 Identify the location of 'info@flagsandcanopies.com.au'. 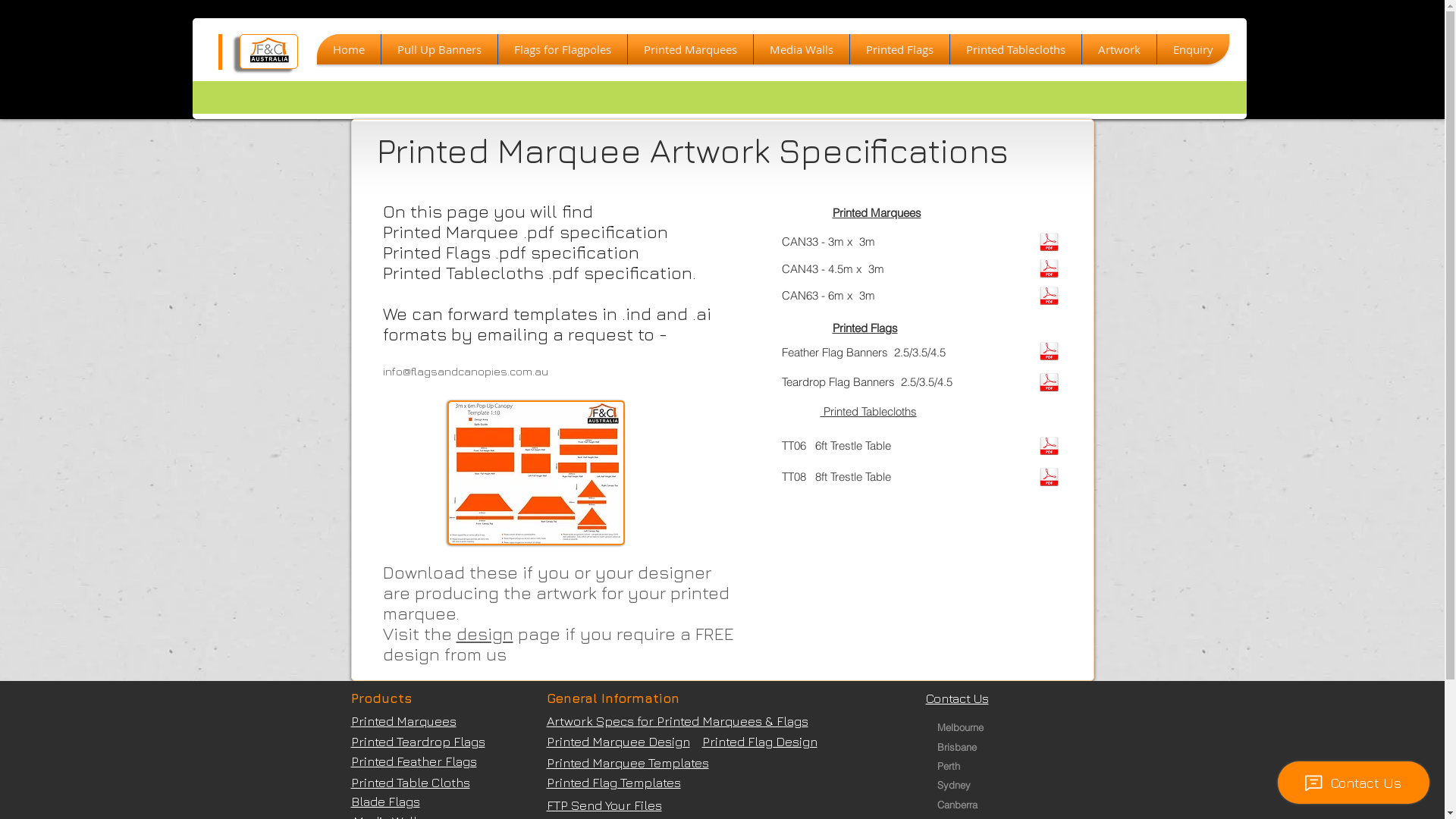
(464, 371).